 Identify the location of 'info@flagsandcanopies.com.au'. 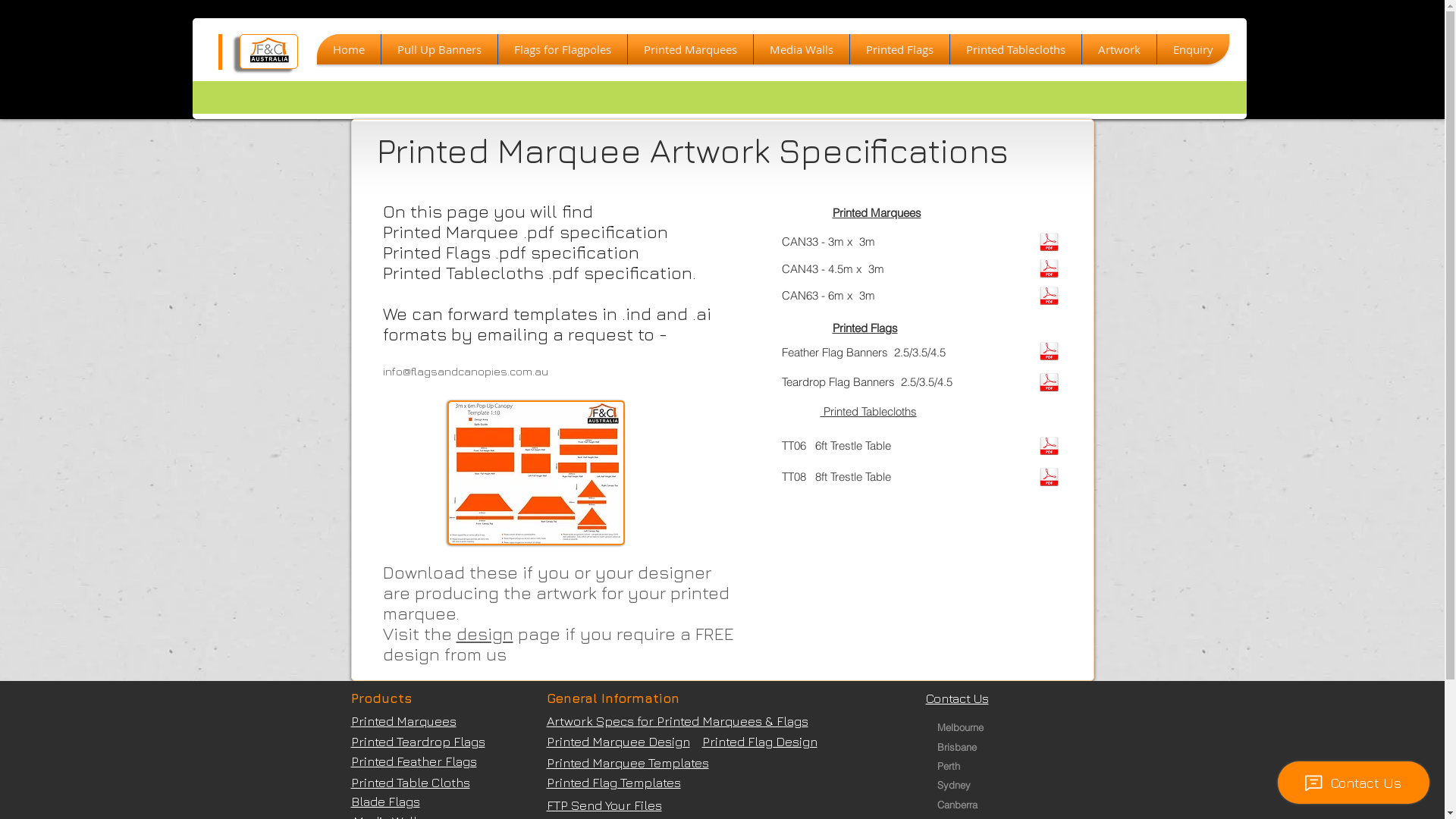
(464, 371).